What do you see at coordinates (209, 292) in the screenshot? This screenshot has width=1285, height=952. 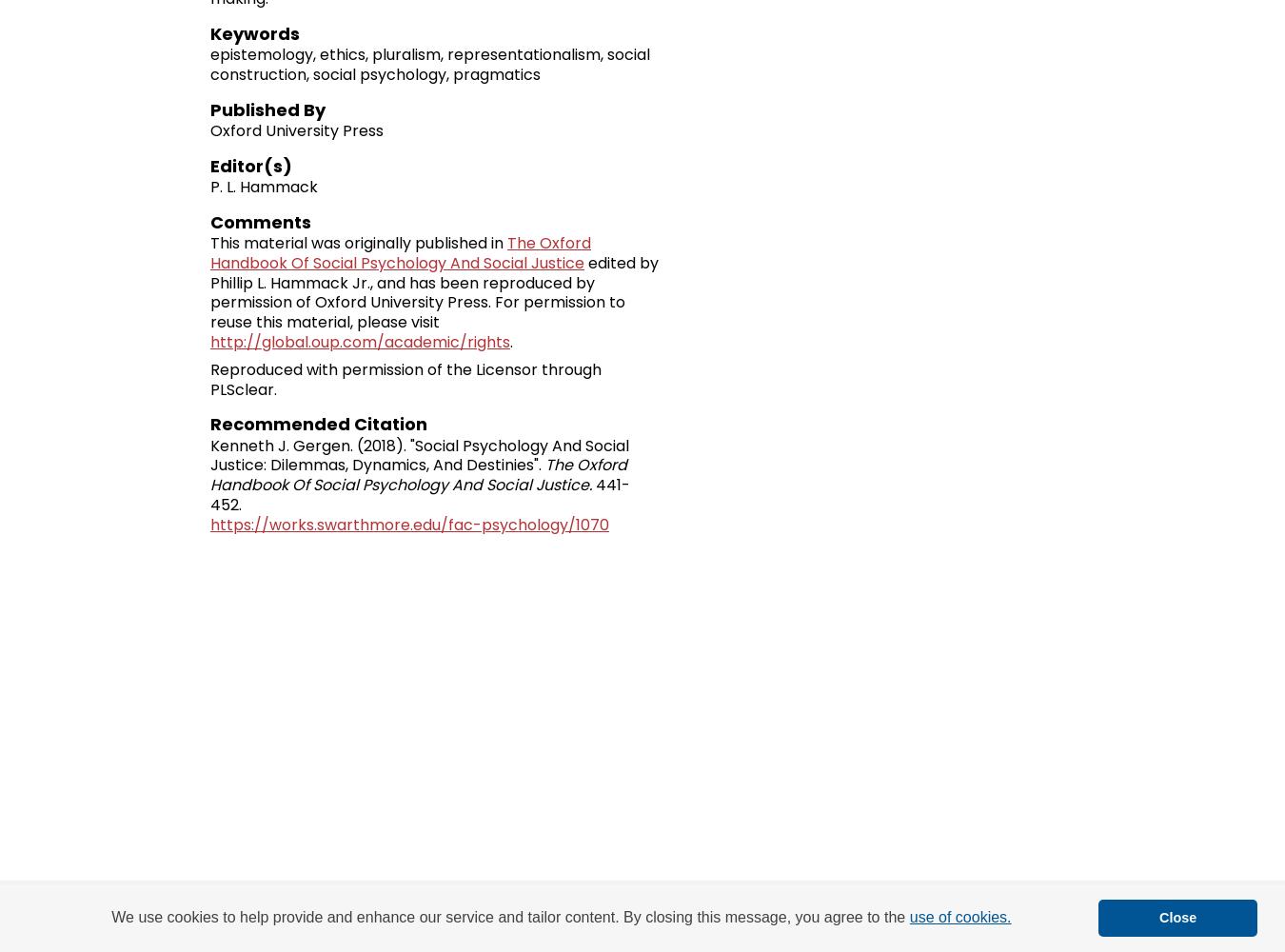 I see `'edited by Phillip L. Hammack Jr., and has been reproduced by permission of Oxford University Press. For permission to reuse this material, please visit'` at bounding box center [209, 292].